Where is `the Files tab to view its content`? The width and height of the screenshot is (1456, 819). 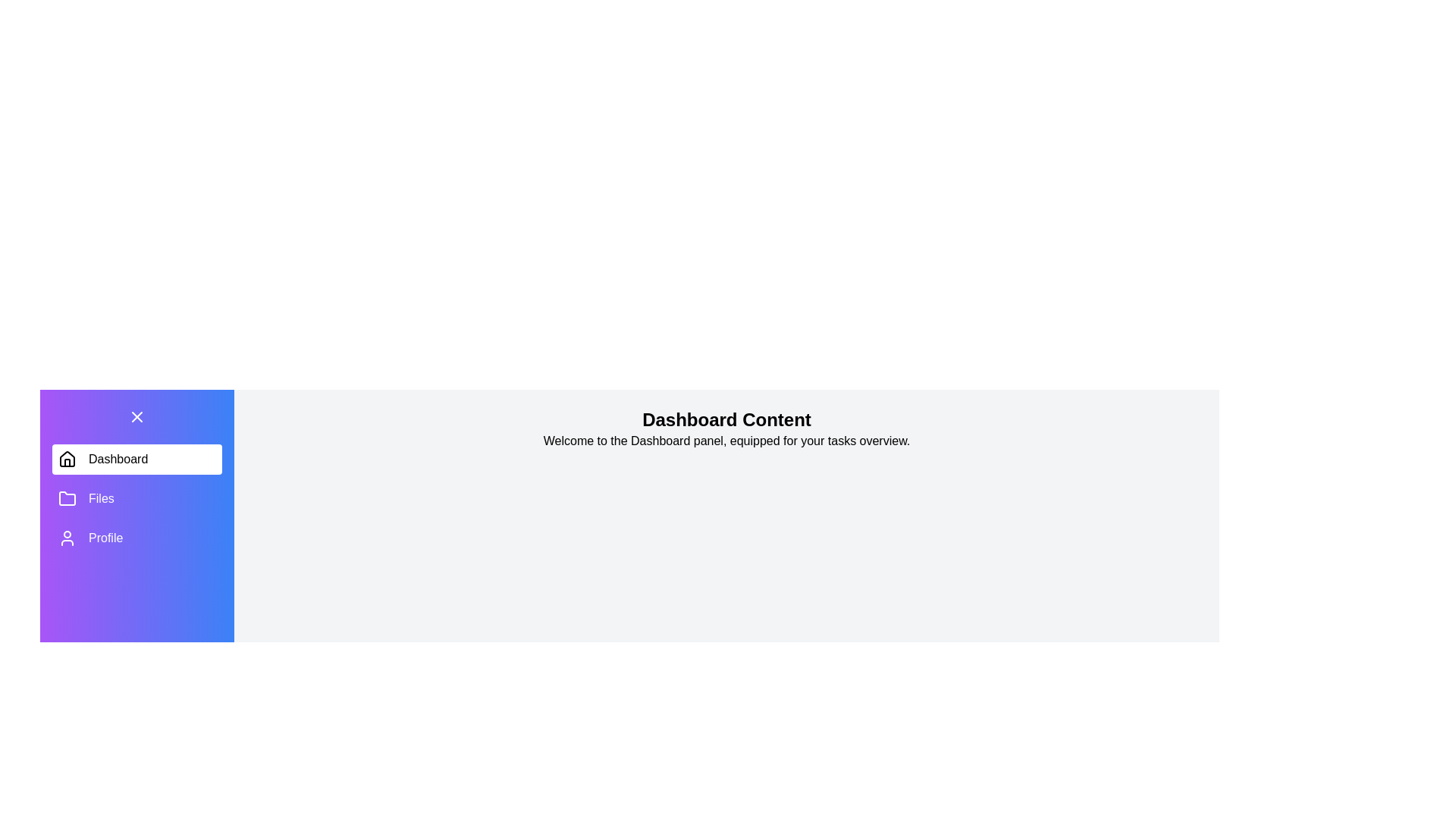
the Files tab to view its content is located at coordinates (137, 499).